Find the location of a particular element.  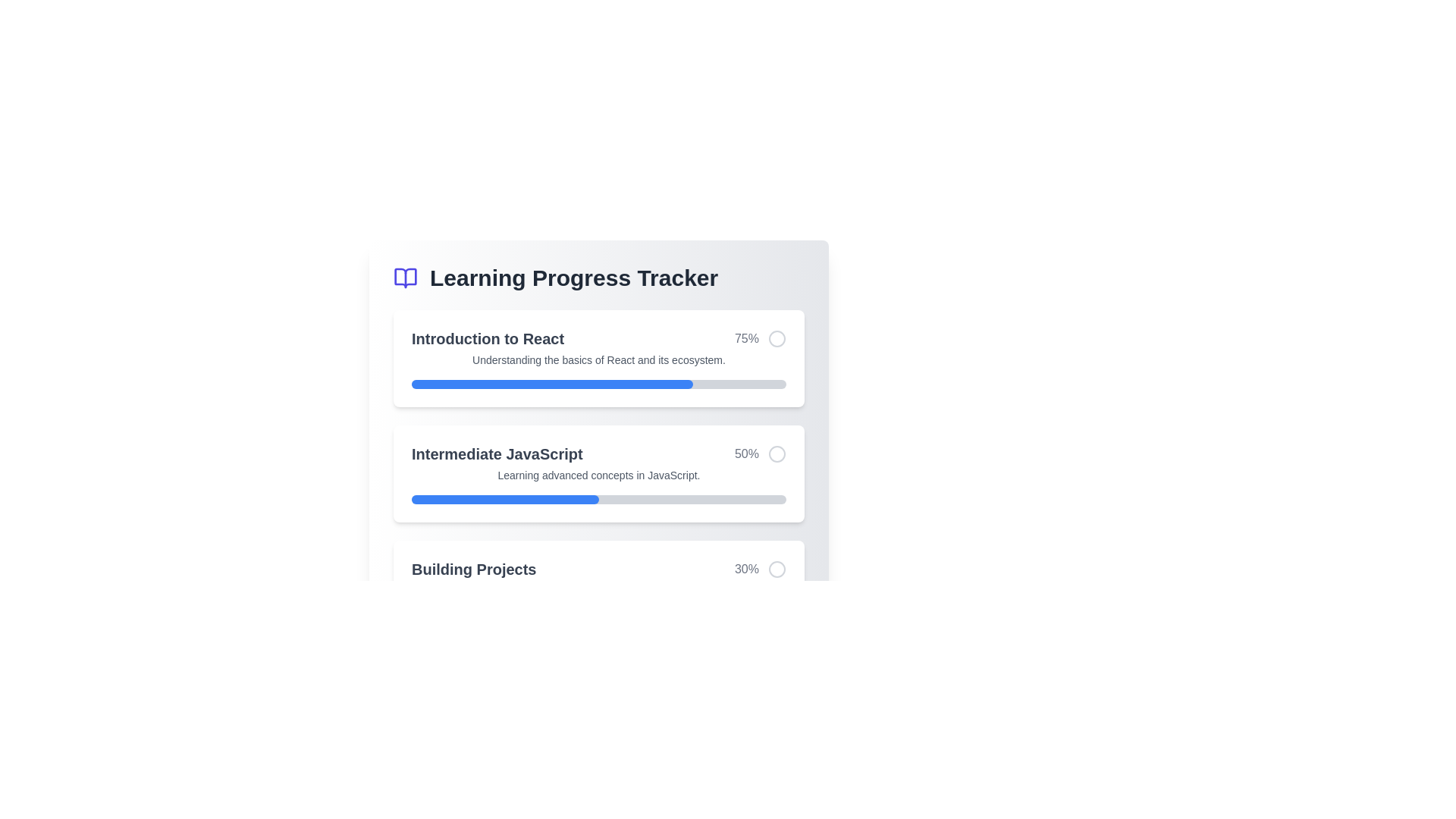

the Text Label displaying '75%' in gray font, positioned to the right of the progress bar for 'Introduction to React' in the 'Learning Progress Tracker.' is located at coordinates (746, 338).